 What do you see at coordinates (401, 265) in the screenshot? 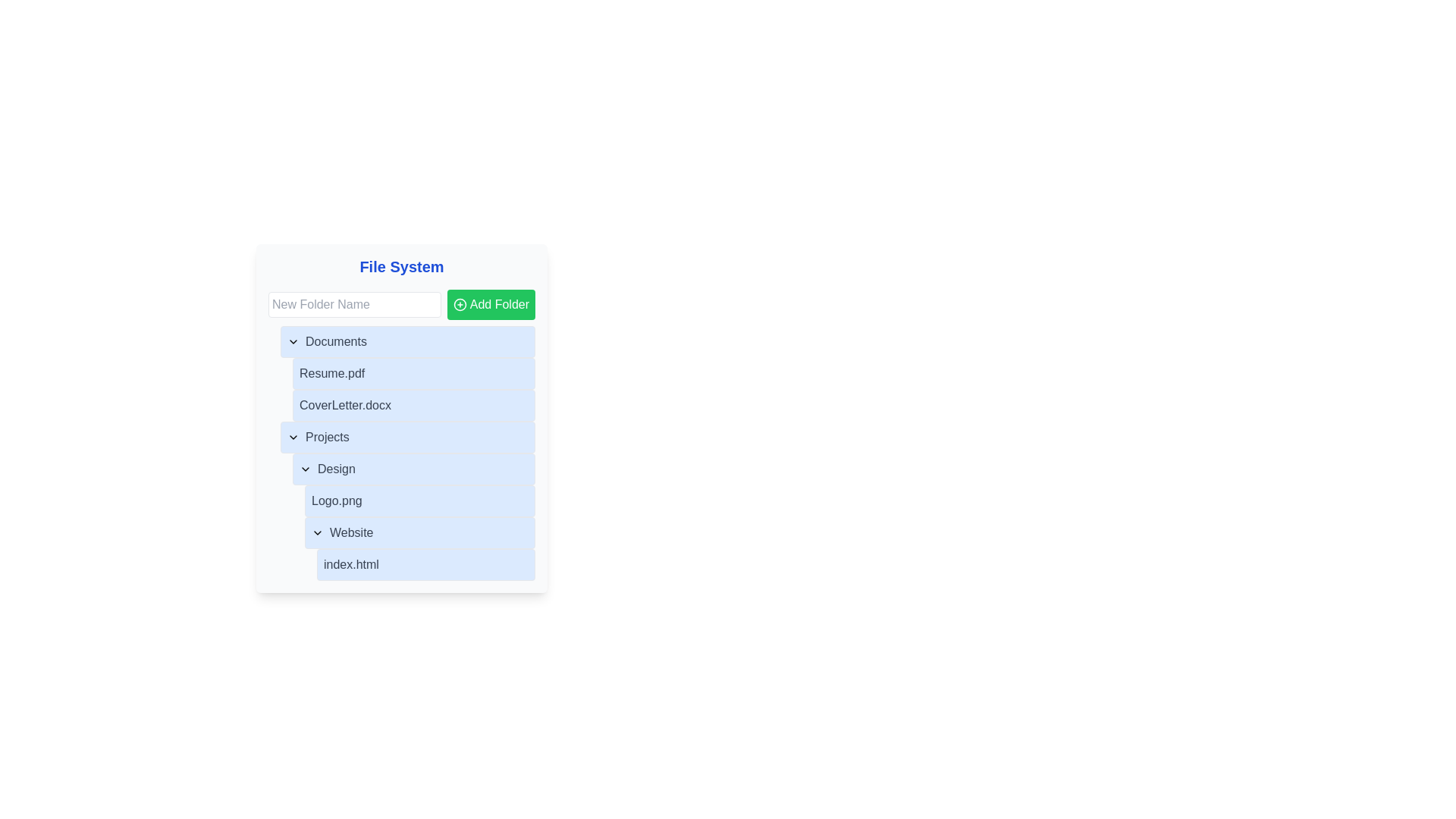
I see `the bold blue text label reading 'File System' which is prominently positioned at the top of a panel and serves as the title of the card` at bounding box center [401, 265].